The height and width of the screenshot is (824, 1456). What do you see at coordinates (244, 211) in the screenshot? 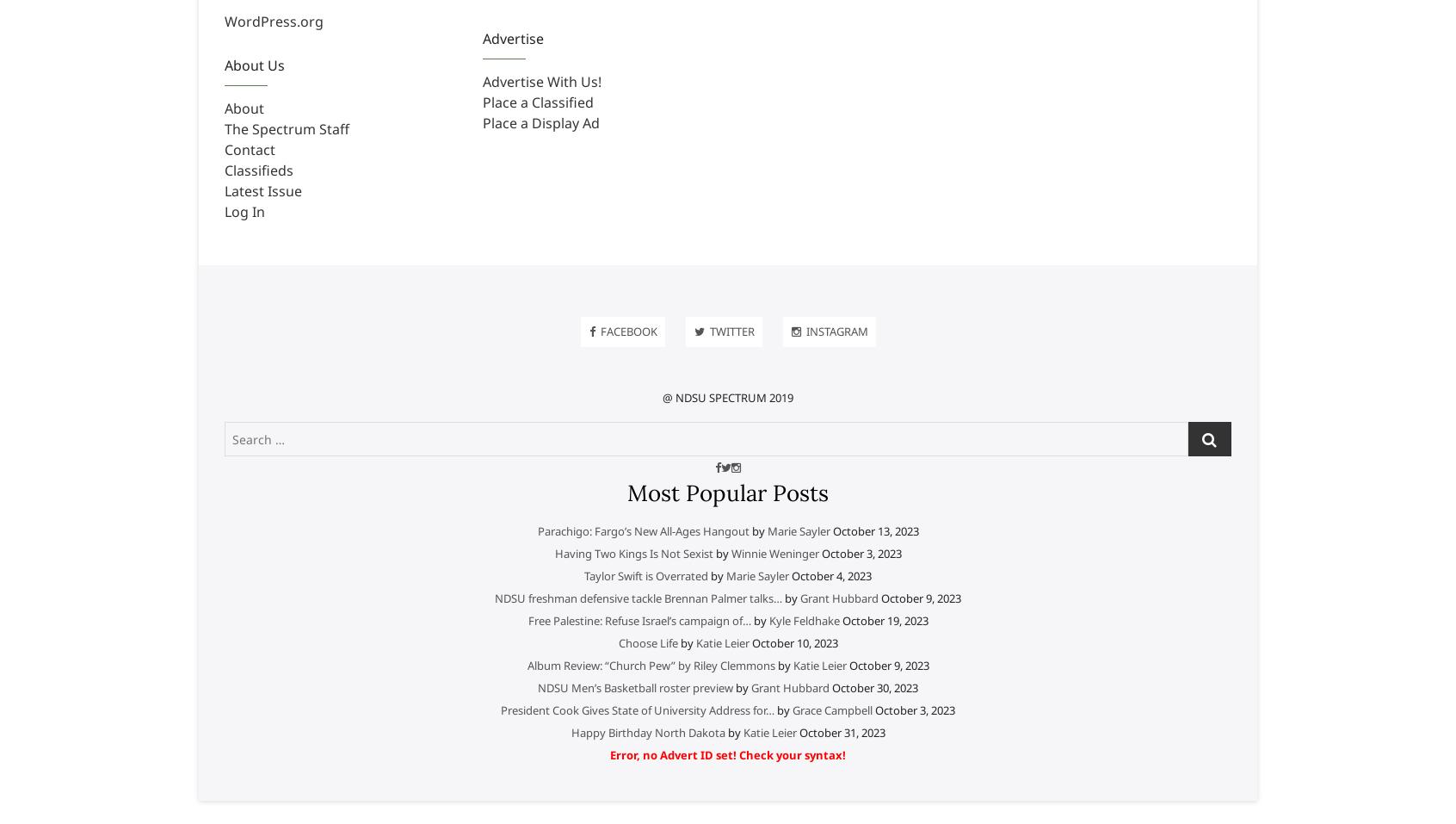
I see `'Log In'` at bounding box center [244, 211].